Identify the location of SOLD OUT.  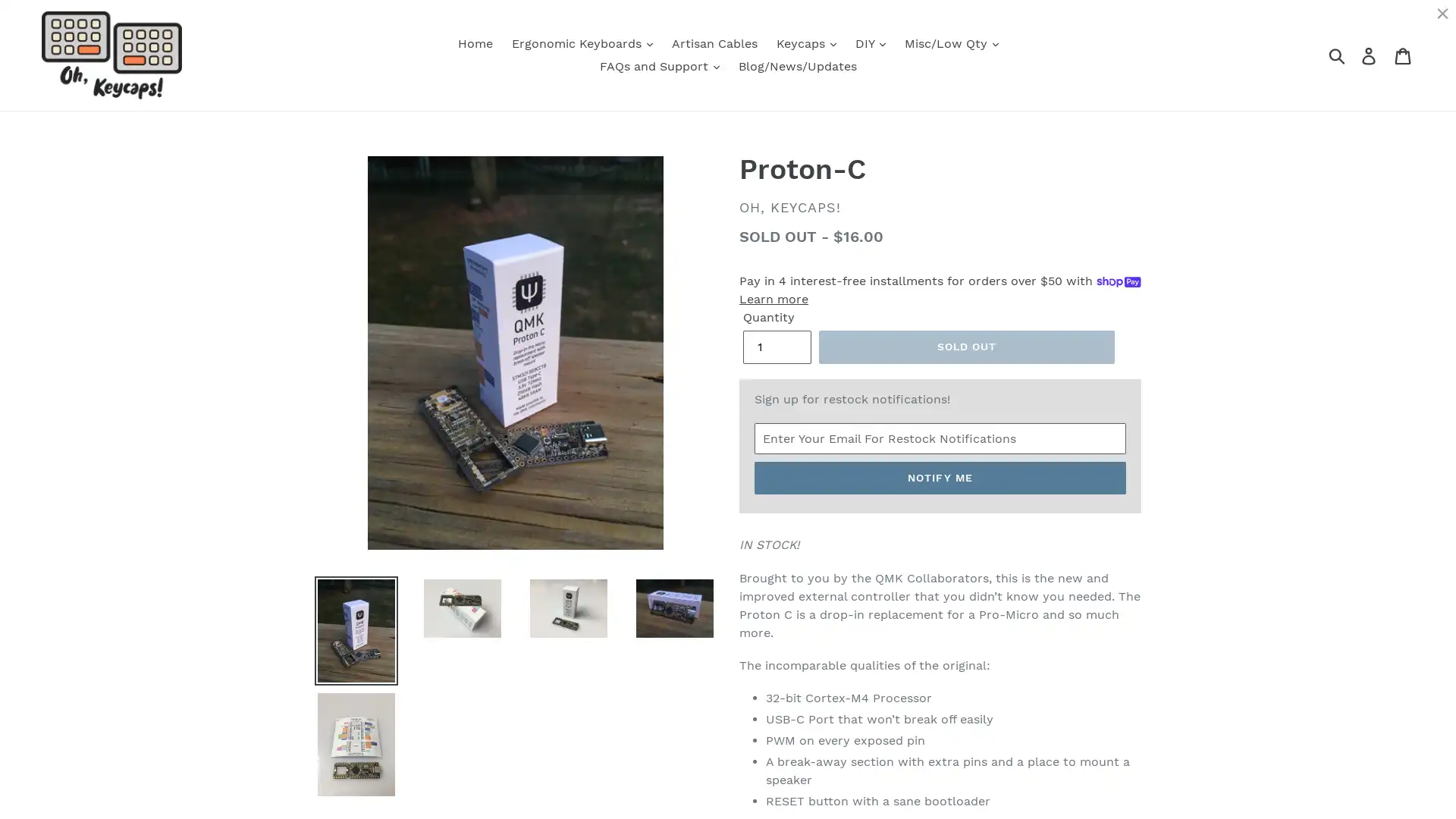
(966, 347).